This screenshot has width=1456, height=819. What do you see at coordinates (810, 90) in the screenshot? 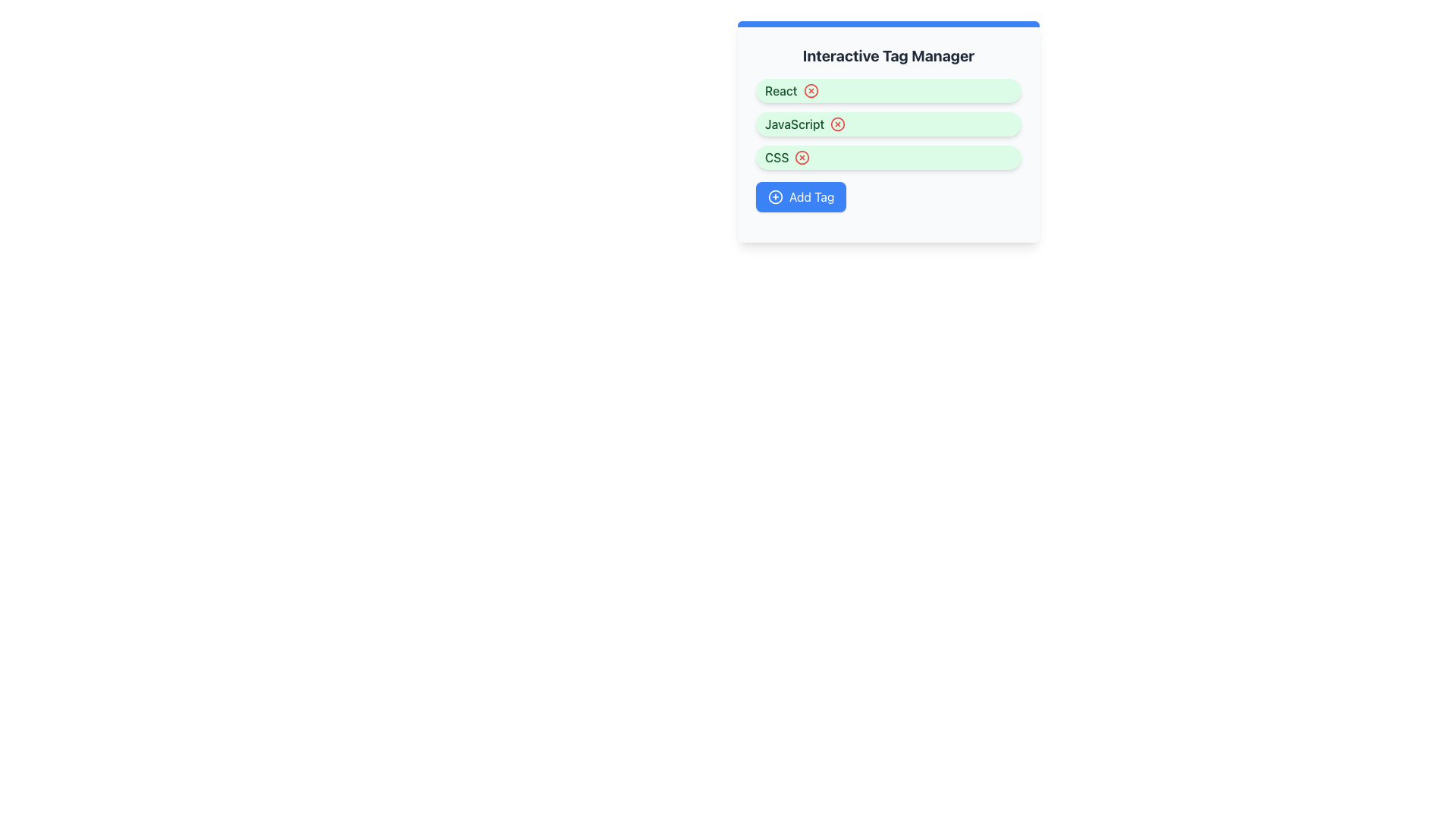
I see `the delete button associated with the 'React' tag to change its color` at bounding box center [810, 90].